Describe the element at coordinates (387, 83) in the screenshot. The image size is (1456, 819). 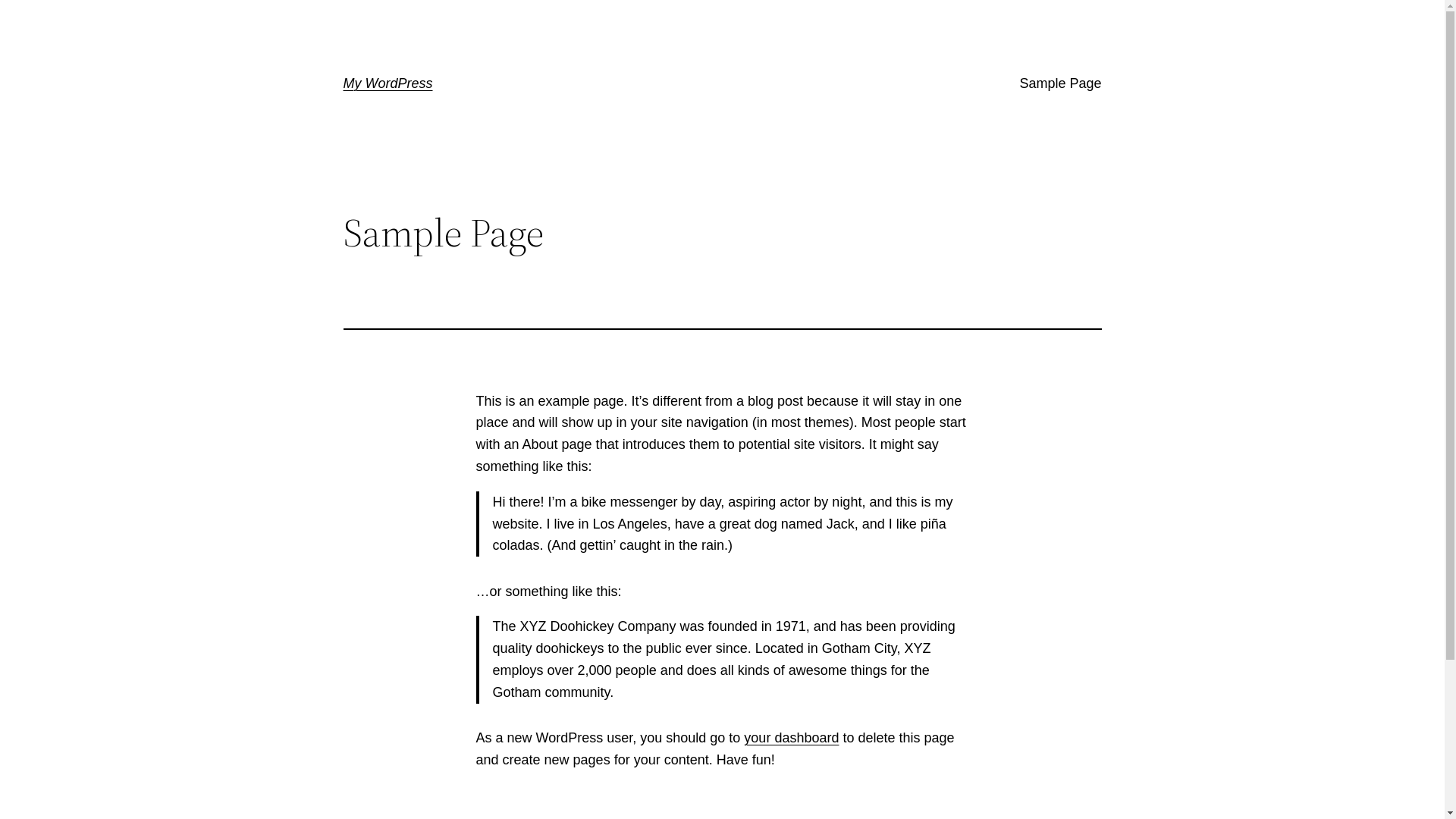
I see `'My WordPress'` at that location.